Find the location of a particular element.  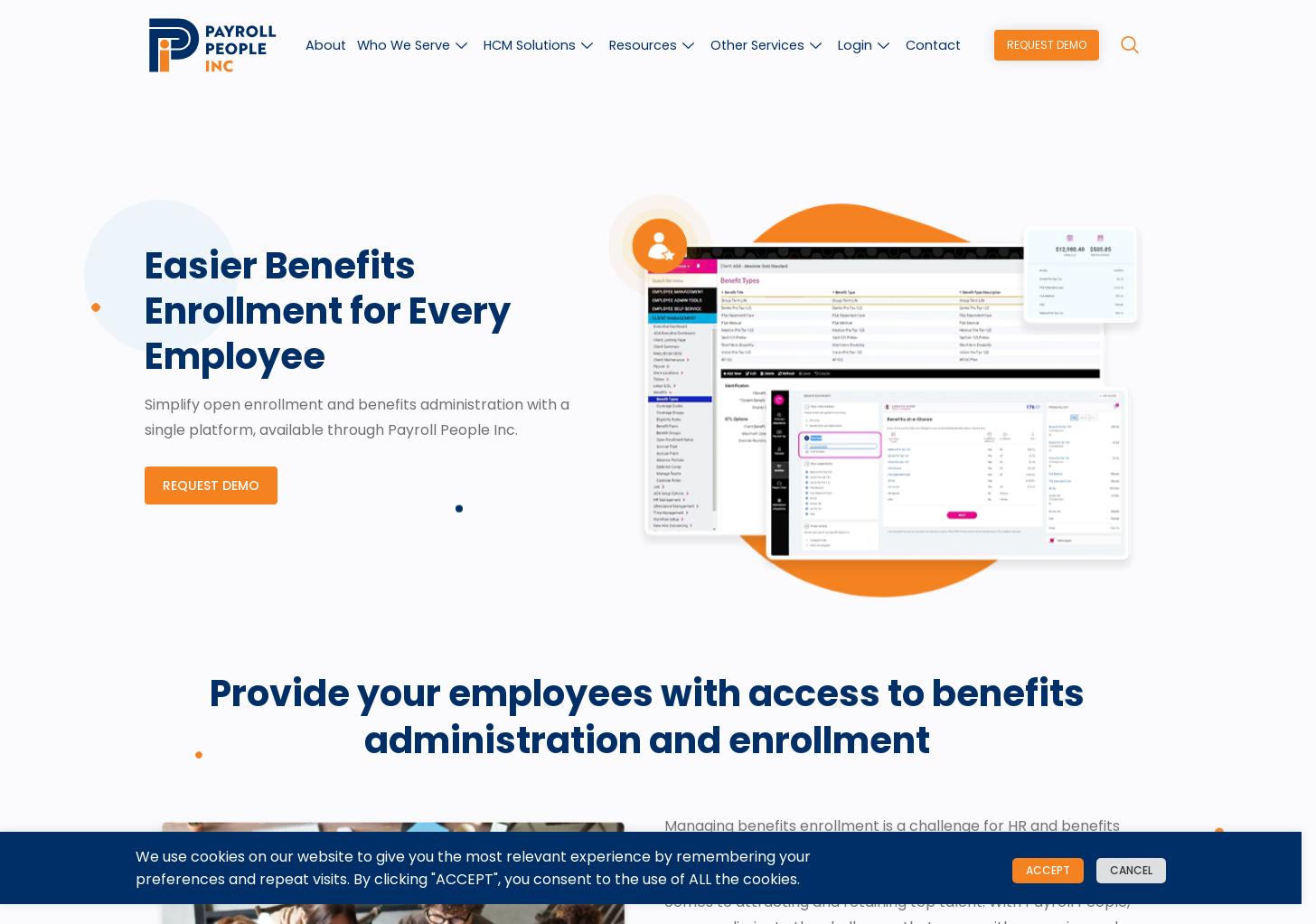

'The ease and simplicity of managing your team across multiple devices.' is located at coordinates (1003, 129).